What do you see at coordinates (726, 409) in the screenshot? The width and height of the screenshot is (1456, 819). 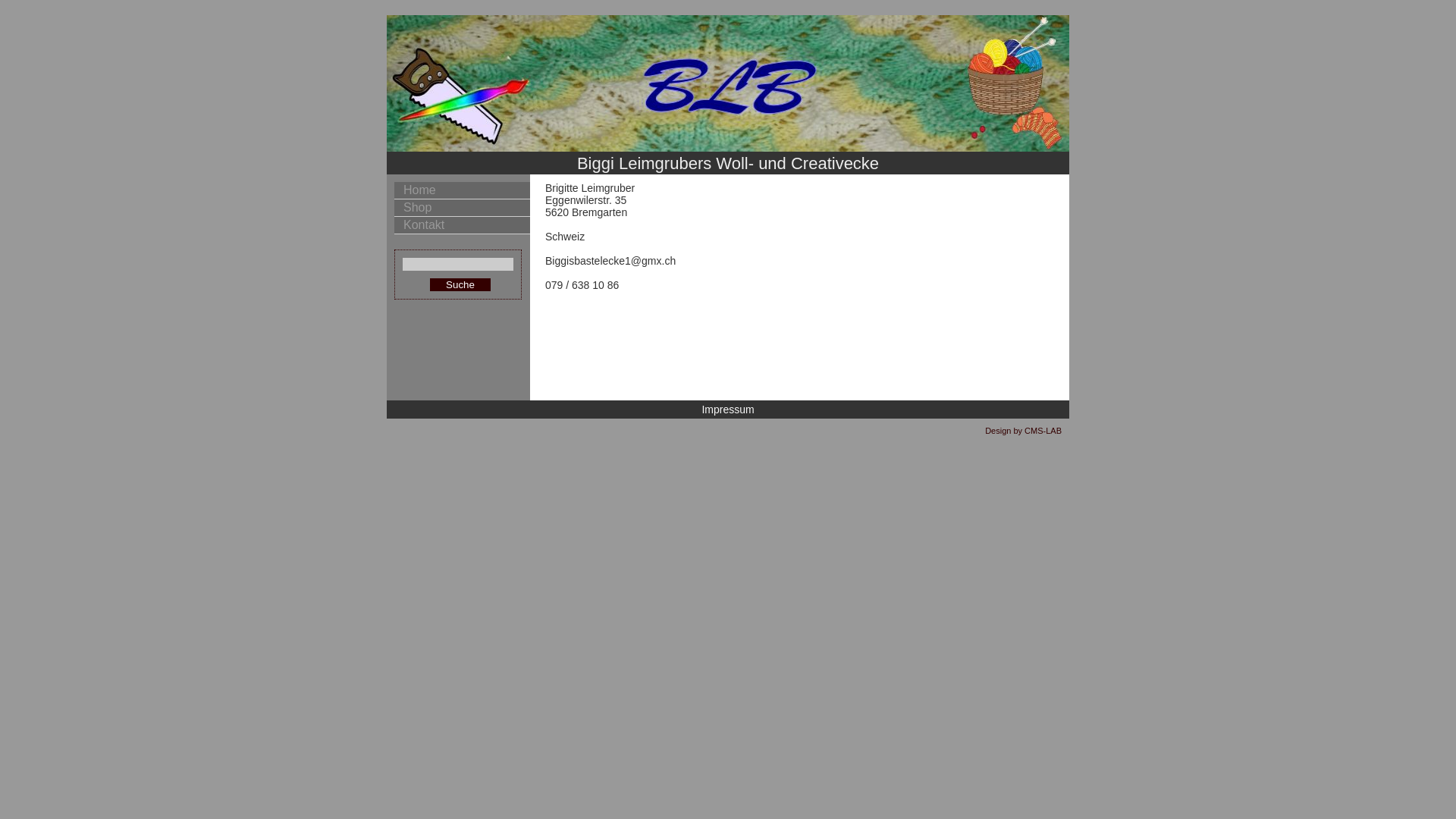 I see `'Impressum'` at bounding box center [726, 409].